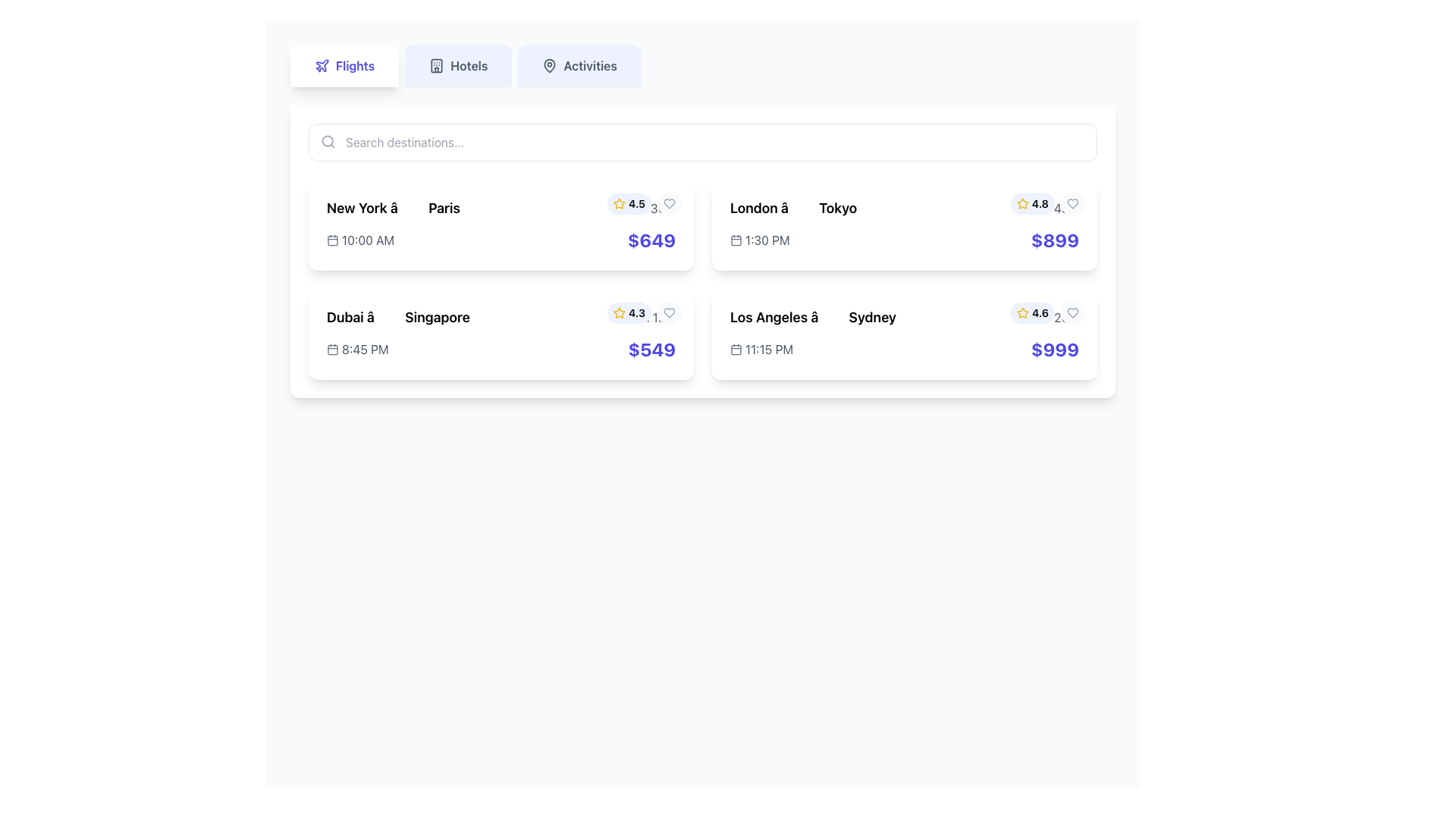 The width and height of the screenshot is (1456, 819). Describe the element at coordinates (629, 312) in the screenshot. I see `the Badge displaying the flight option rating located in the middle-right area of the second card in the flight options grid` at that location.